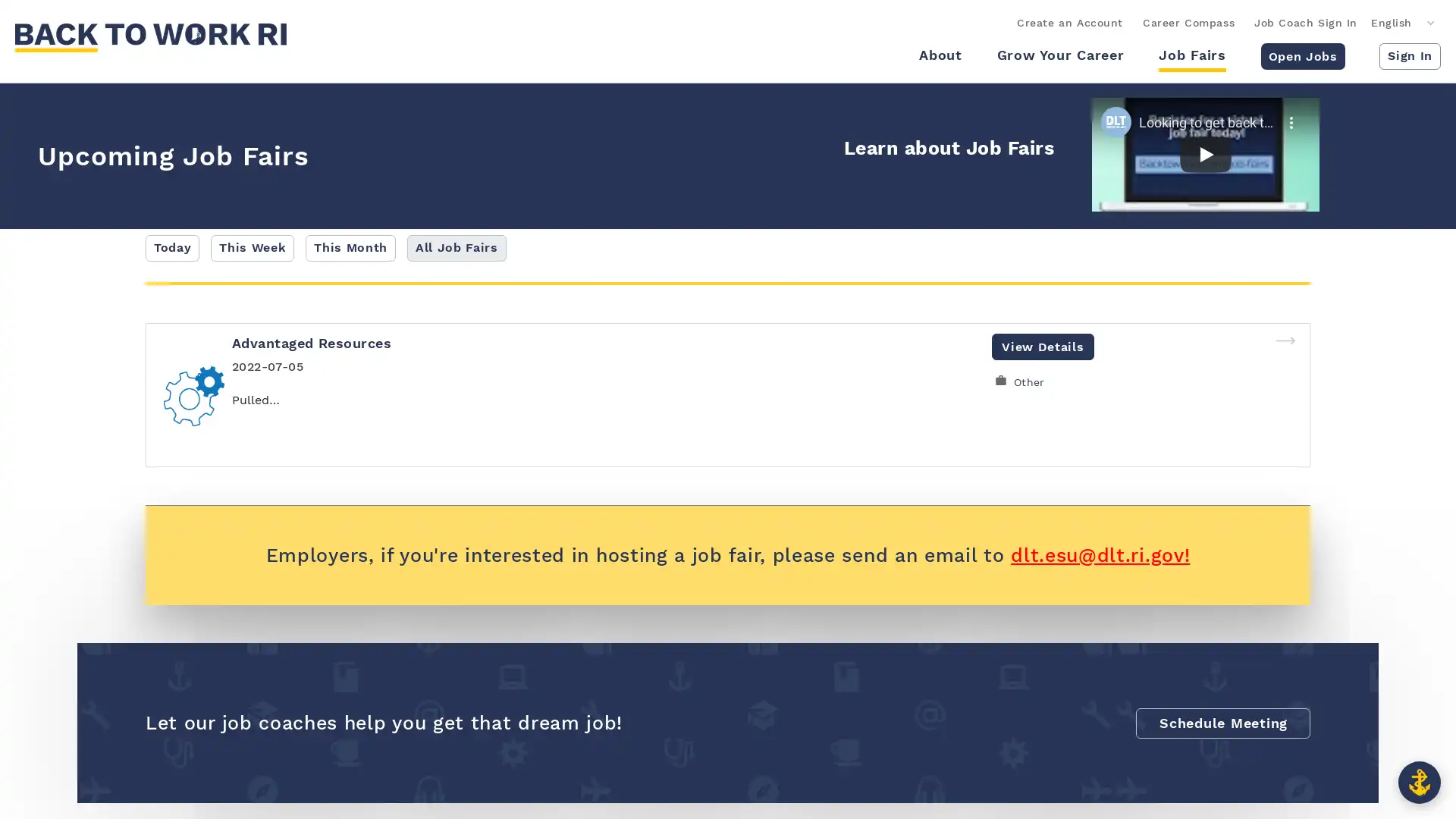 This screenshot has height=819, width=1456. Describe the element at coordinates (1301, 55) in the screenshot. I see `Open Jobs` at that location.